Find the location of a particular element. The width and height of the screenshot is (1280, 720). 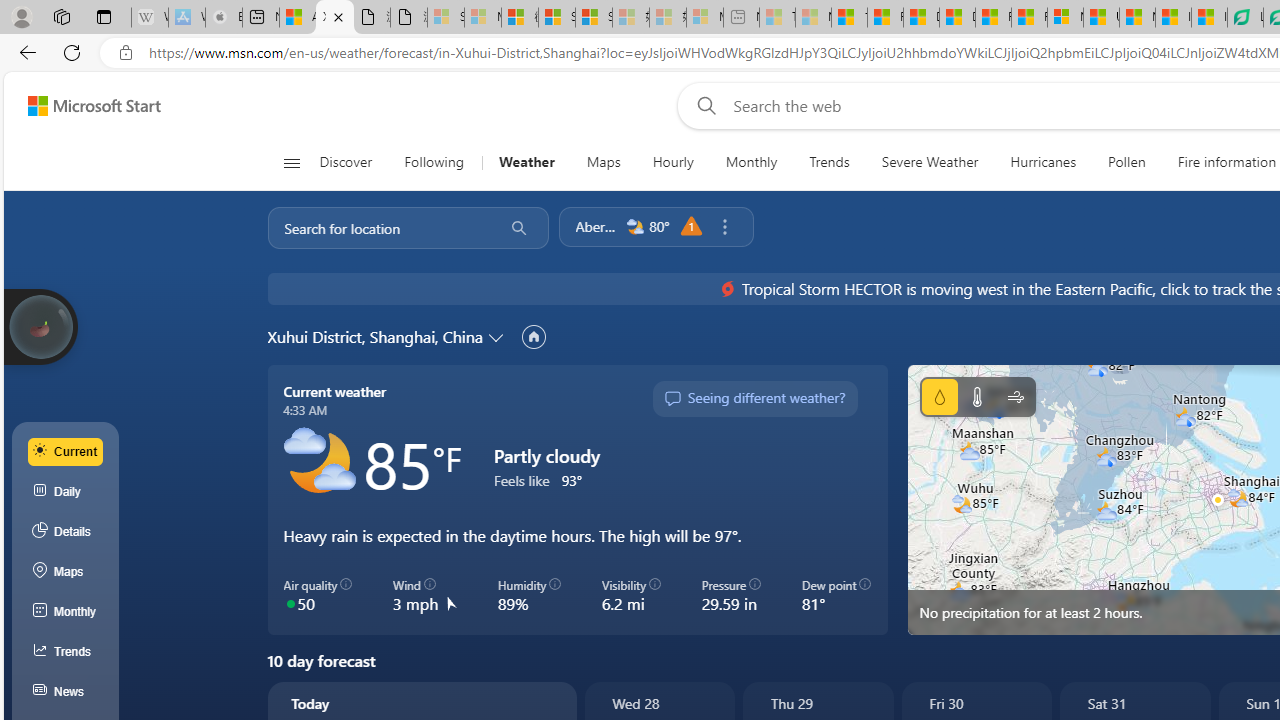

'Severe Weather' is located at coordinates (928, 162).